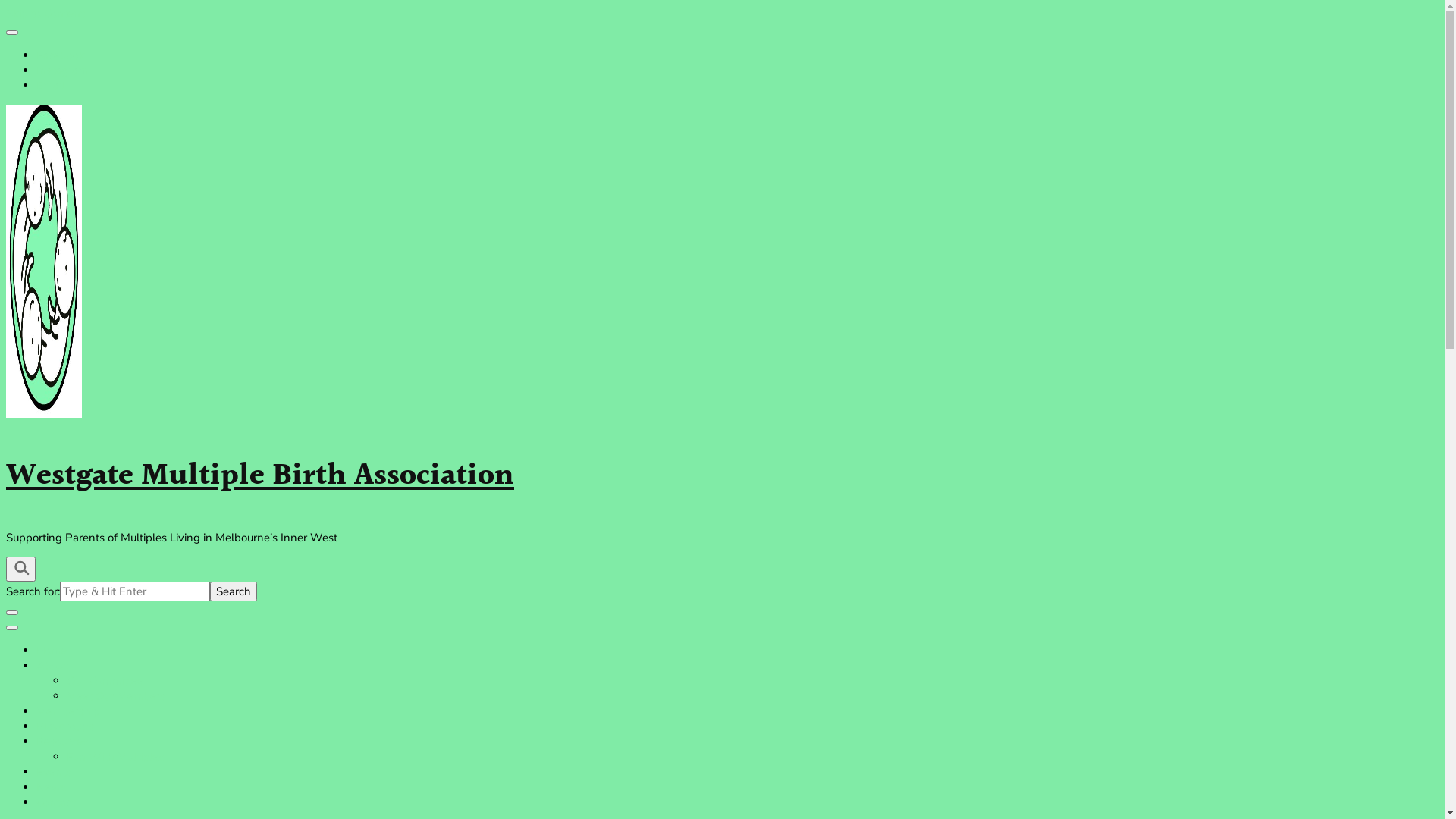 Image resolution: width=1456 pixels, height=819 pixels. I want to click on 'Resources', so click(61, 741).